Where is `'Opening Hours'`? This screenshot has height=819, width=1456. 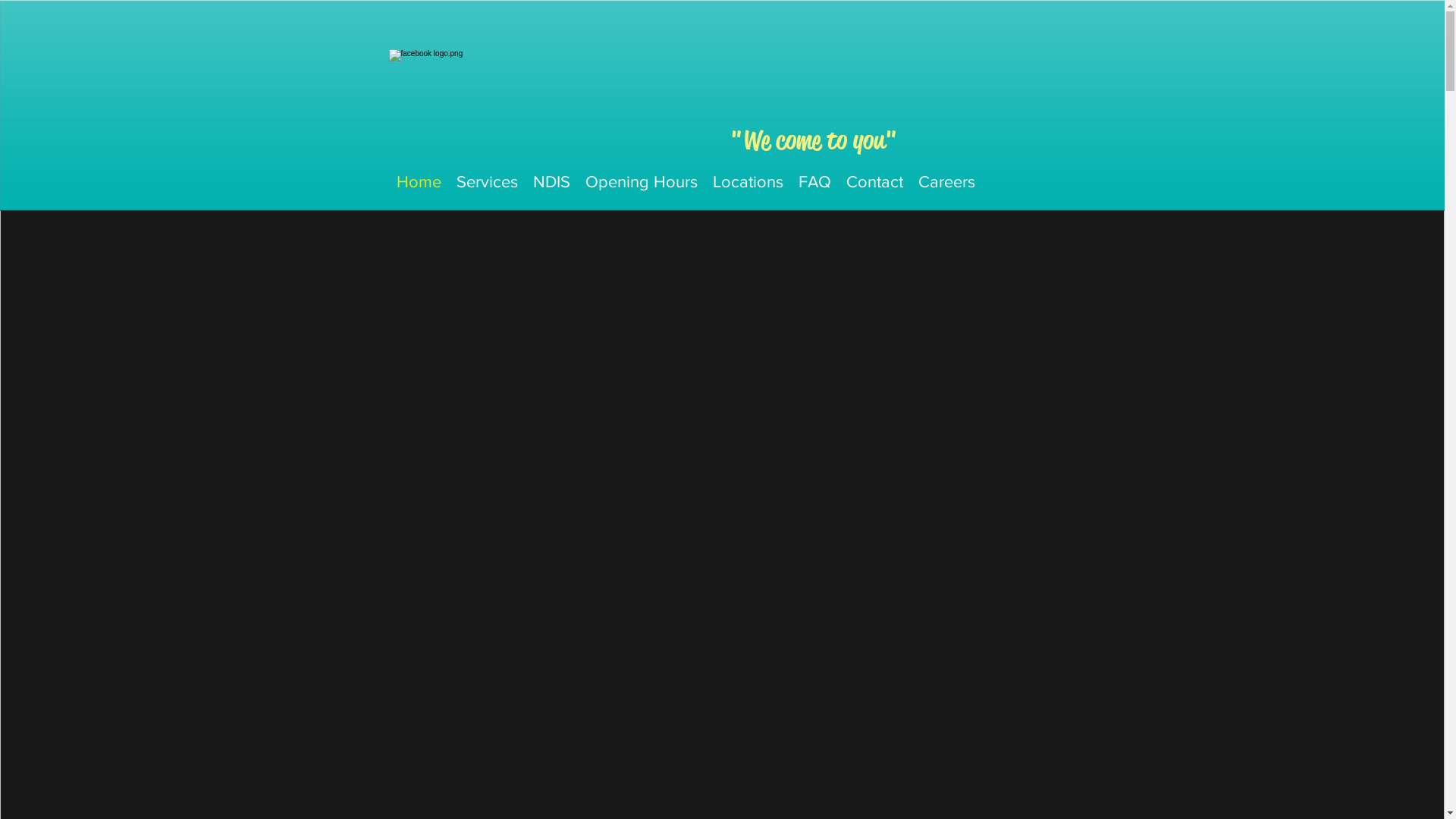 'Opening Hours' is located at coordinates (641, 180).